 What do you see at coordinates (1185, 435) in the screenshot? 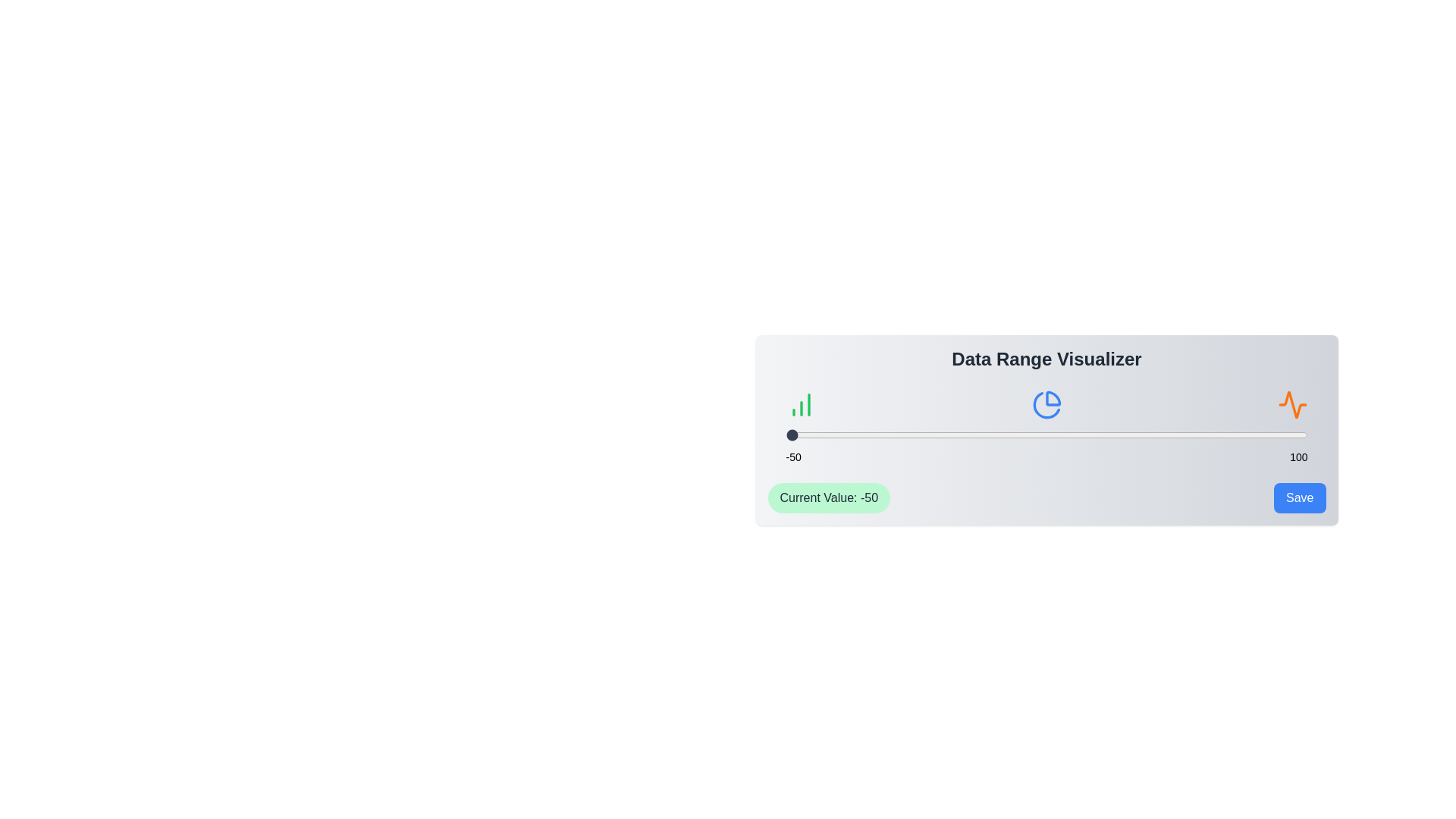
I see `the slider to set the value to 65` at bounding box center [1185, 435].